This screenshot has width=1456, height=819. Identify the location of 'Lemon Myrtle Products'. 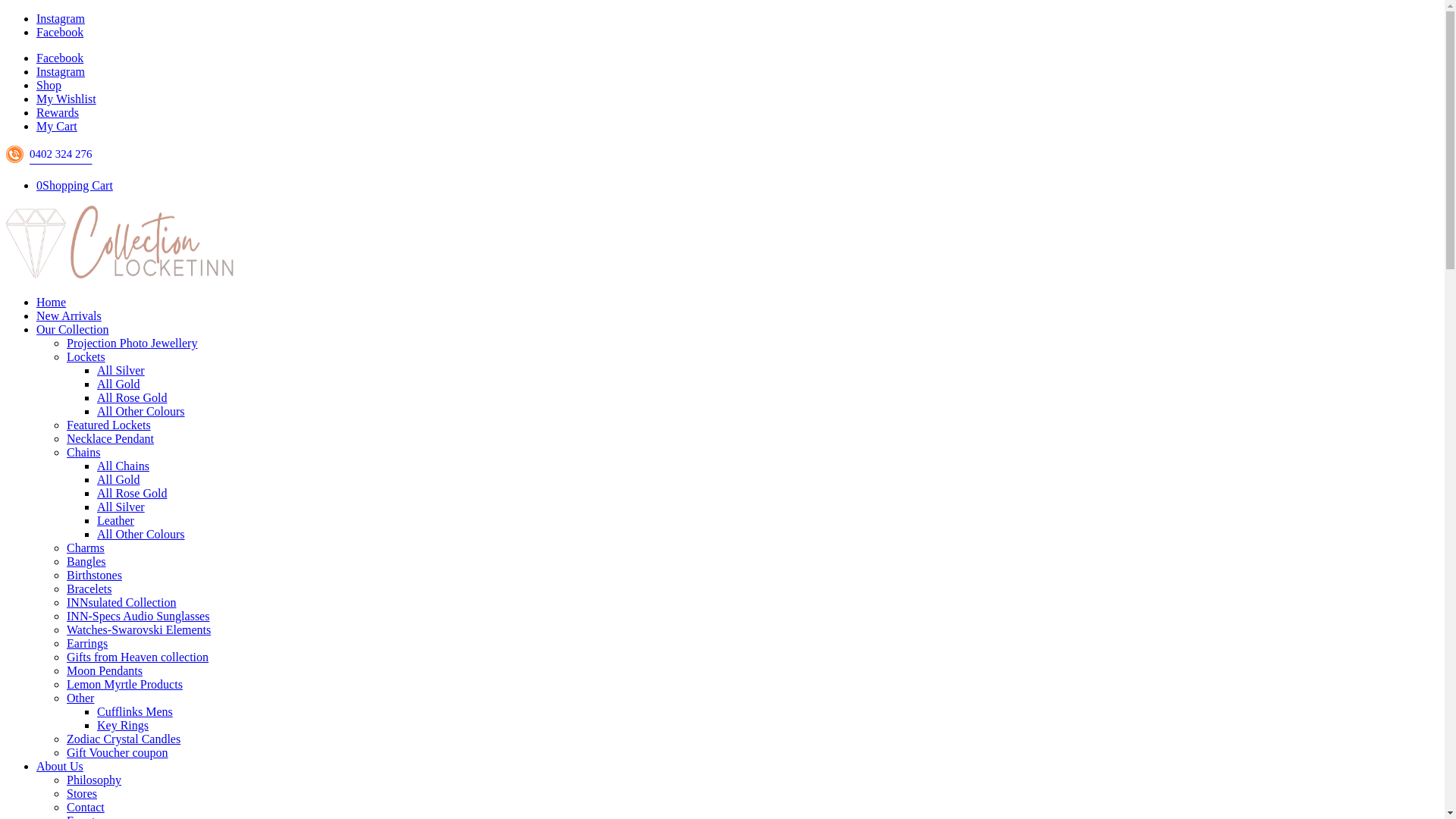
(124, 684).